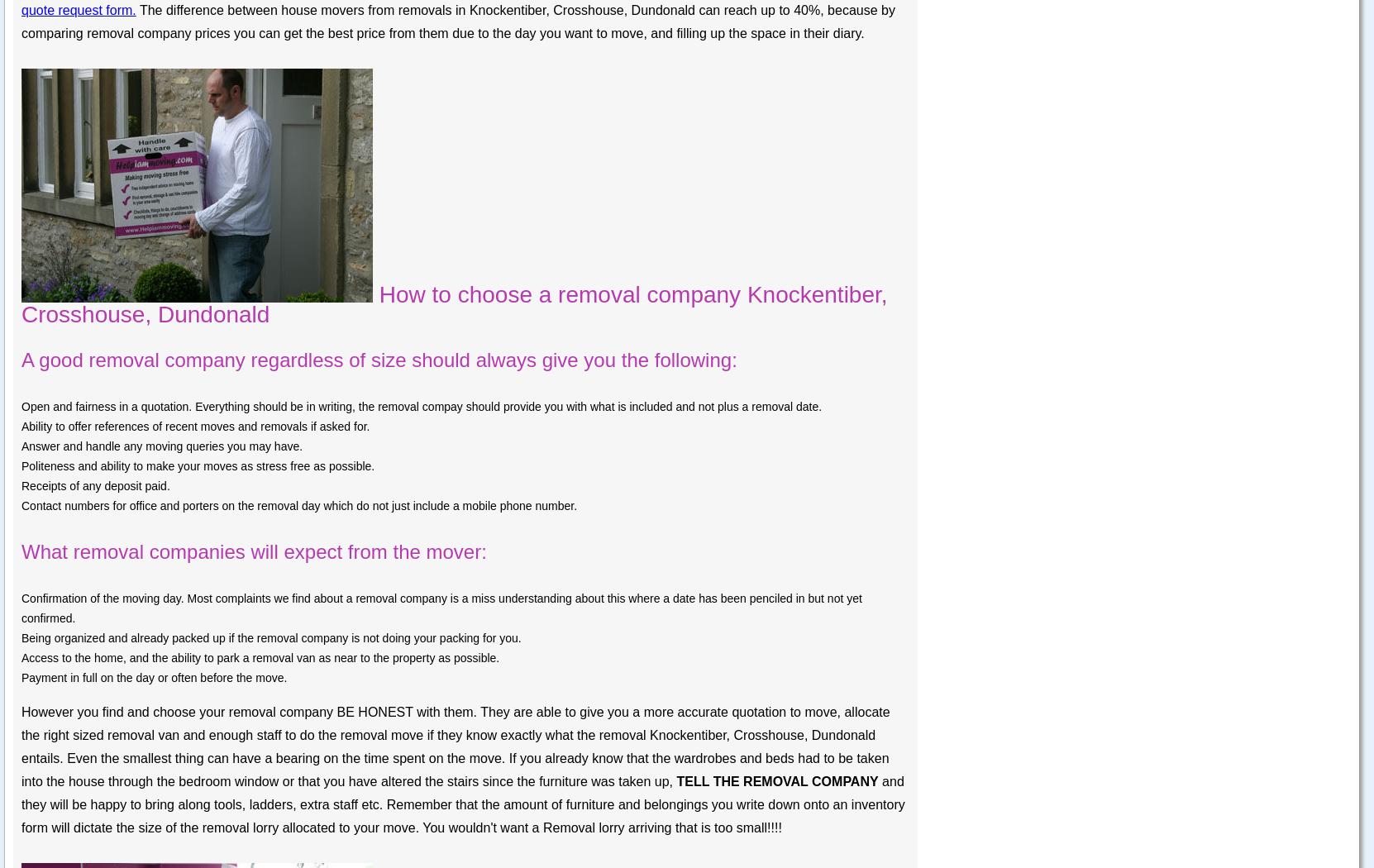  Describe the element at coordinates (453, 303) in the screenshot. I see `'How to choose a removal company Knockentiber, Crosshouse, Dundonald'` at that location.